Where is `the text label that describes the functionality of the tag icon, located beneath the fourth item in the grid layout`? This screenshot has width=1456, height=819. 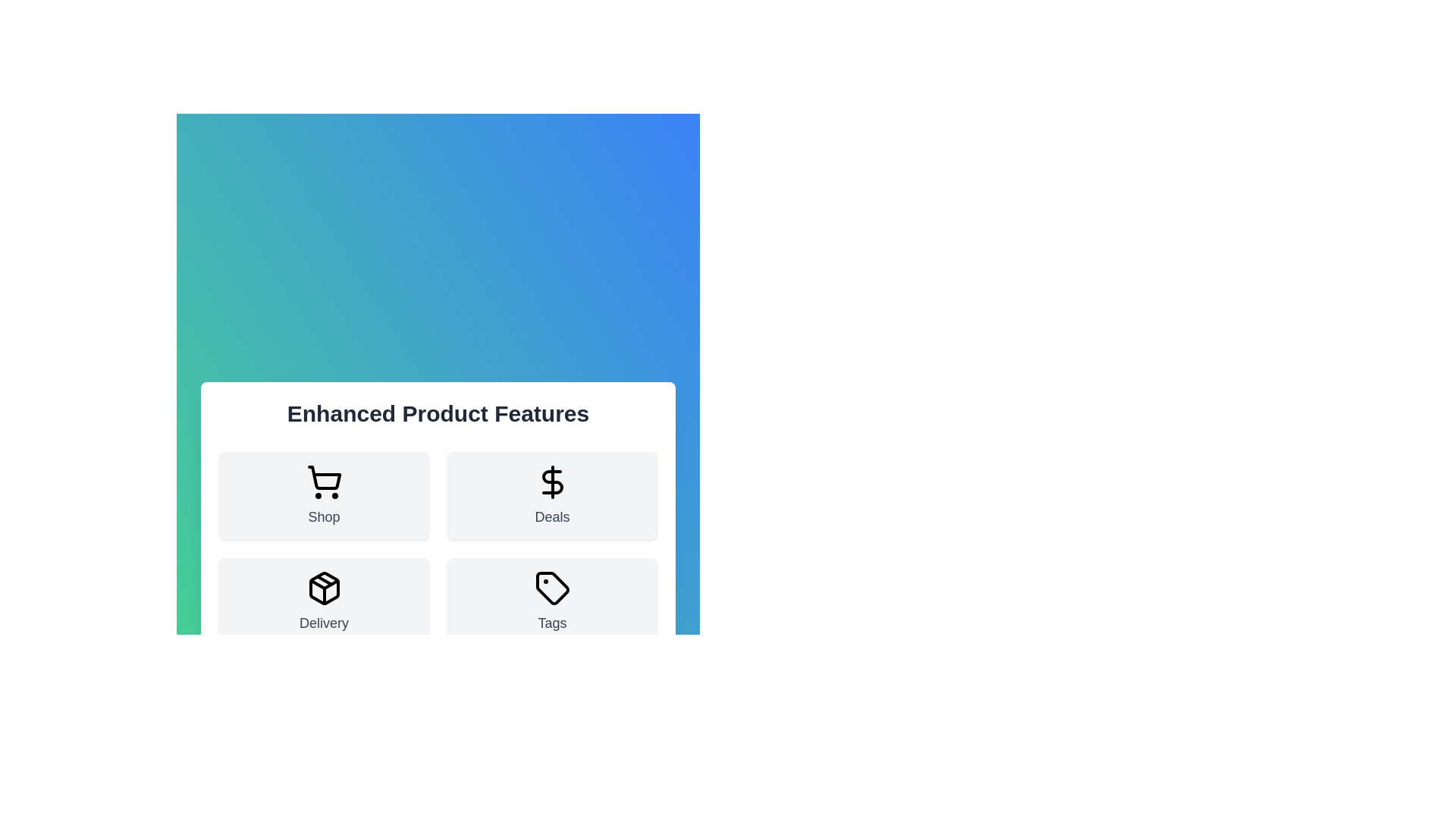 the text label that describes the functionality of the tag icon, located beneath the fourth item in the grid layout is located at coordinates (551, 623).